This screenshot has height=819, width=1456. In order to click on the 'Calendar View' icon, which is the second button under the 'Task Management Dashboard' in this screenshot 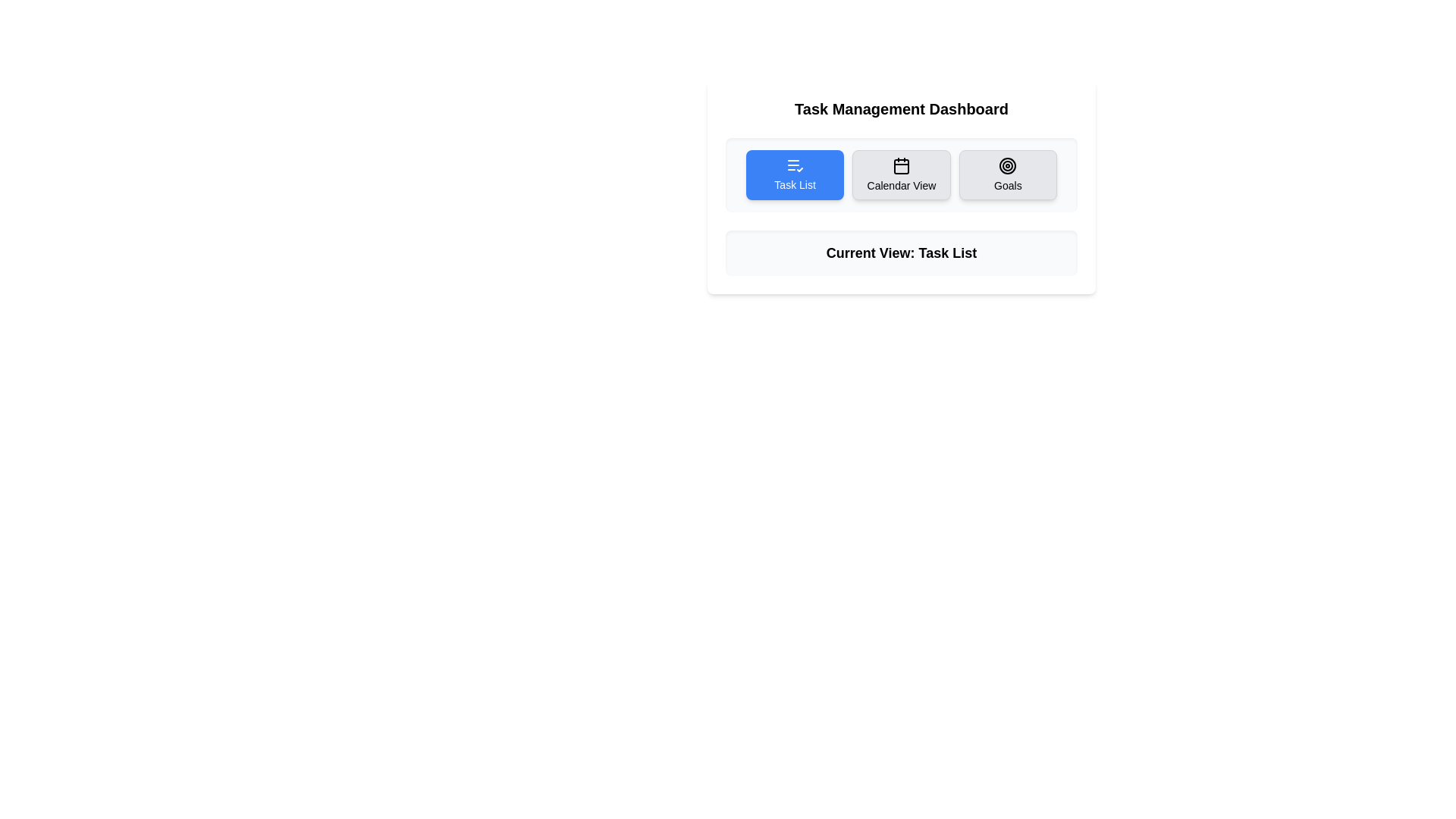, I will do `click(902, 166)`.